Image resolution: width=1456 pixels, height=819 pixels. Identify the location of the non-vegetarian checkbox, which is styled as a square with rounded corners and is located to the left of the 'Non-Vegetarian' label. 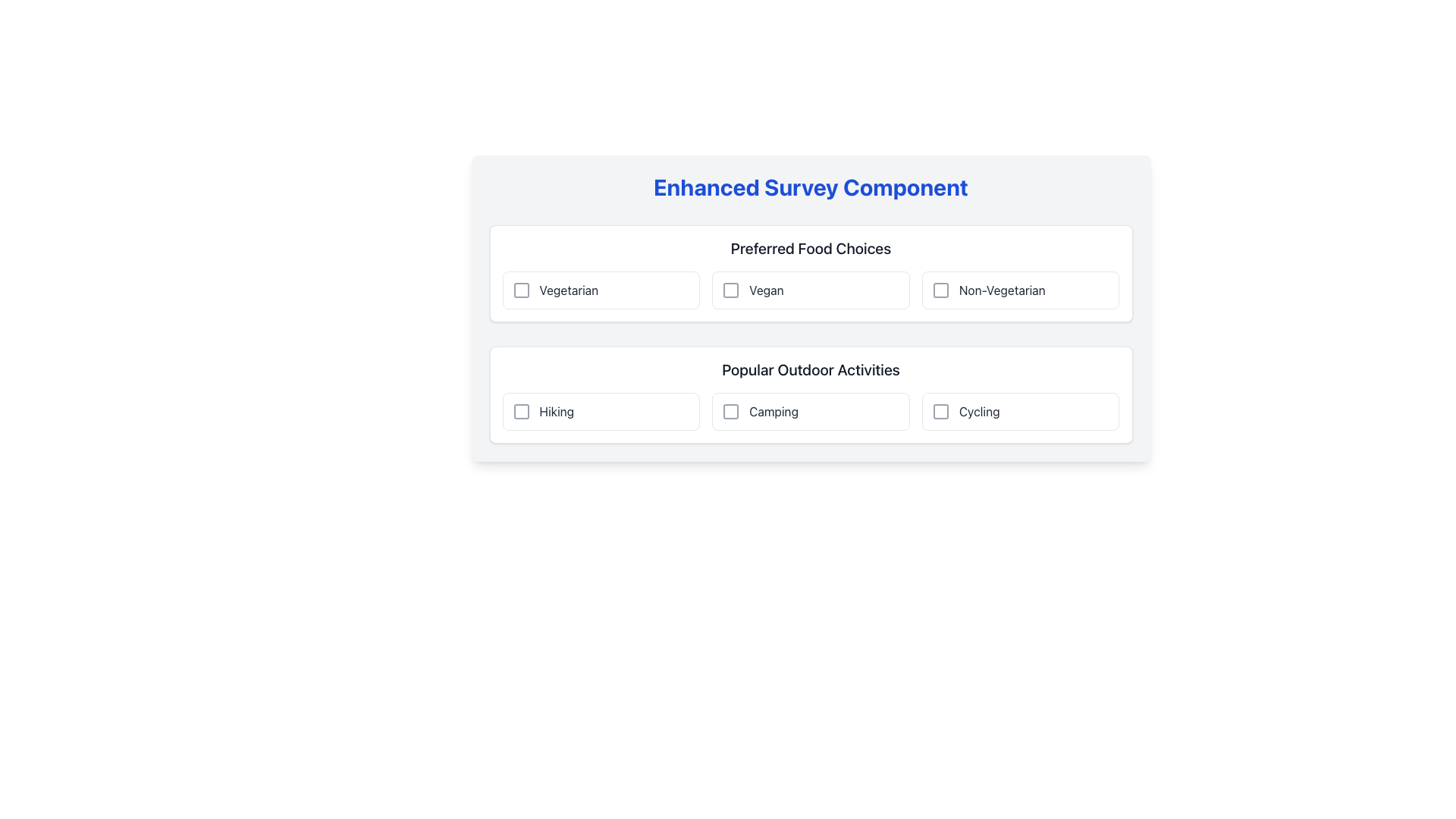
(940, 290).